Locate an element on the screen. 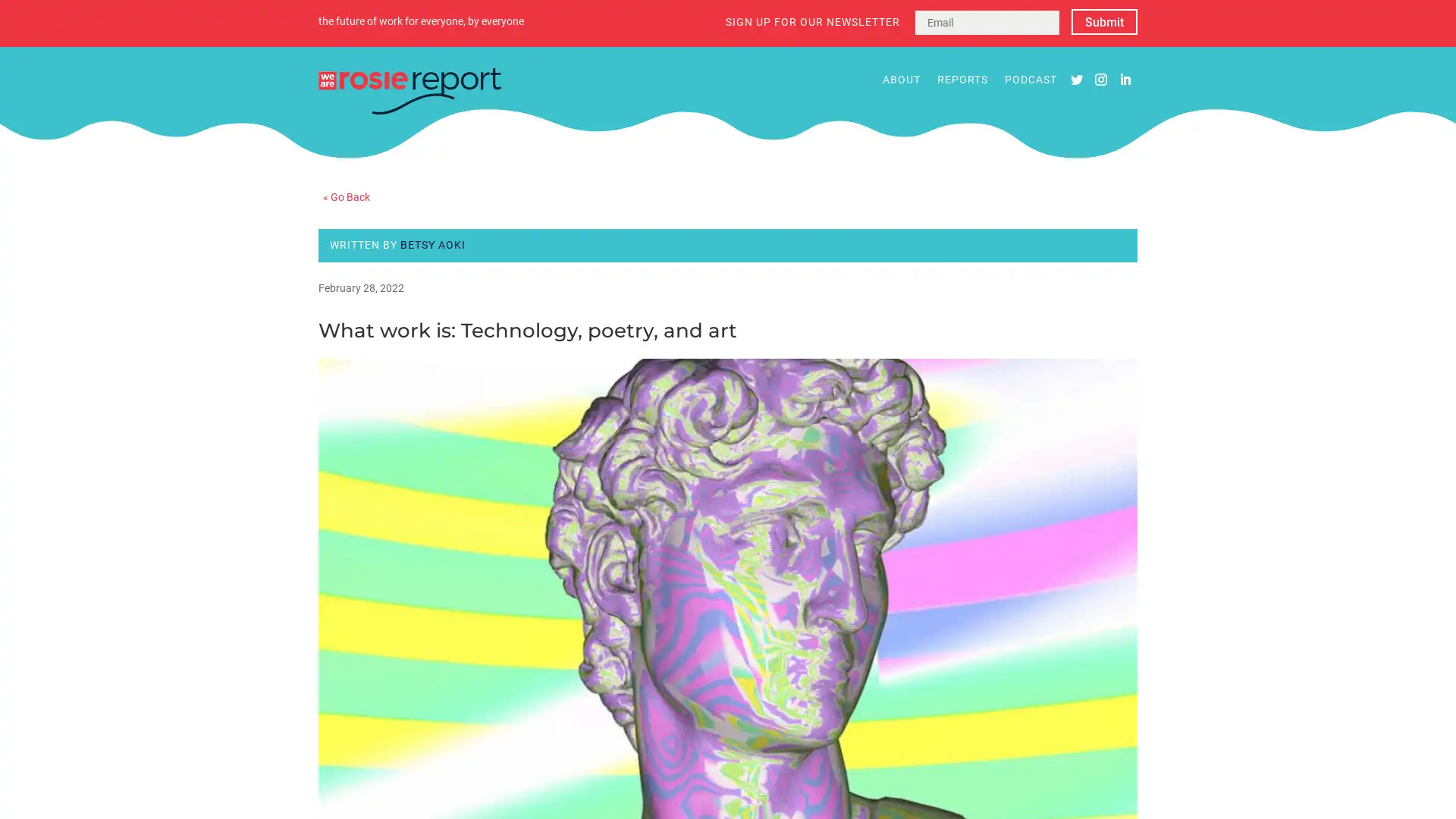  Go Back is located at coordinates (345, 195).